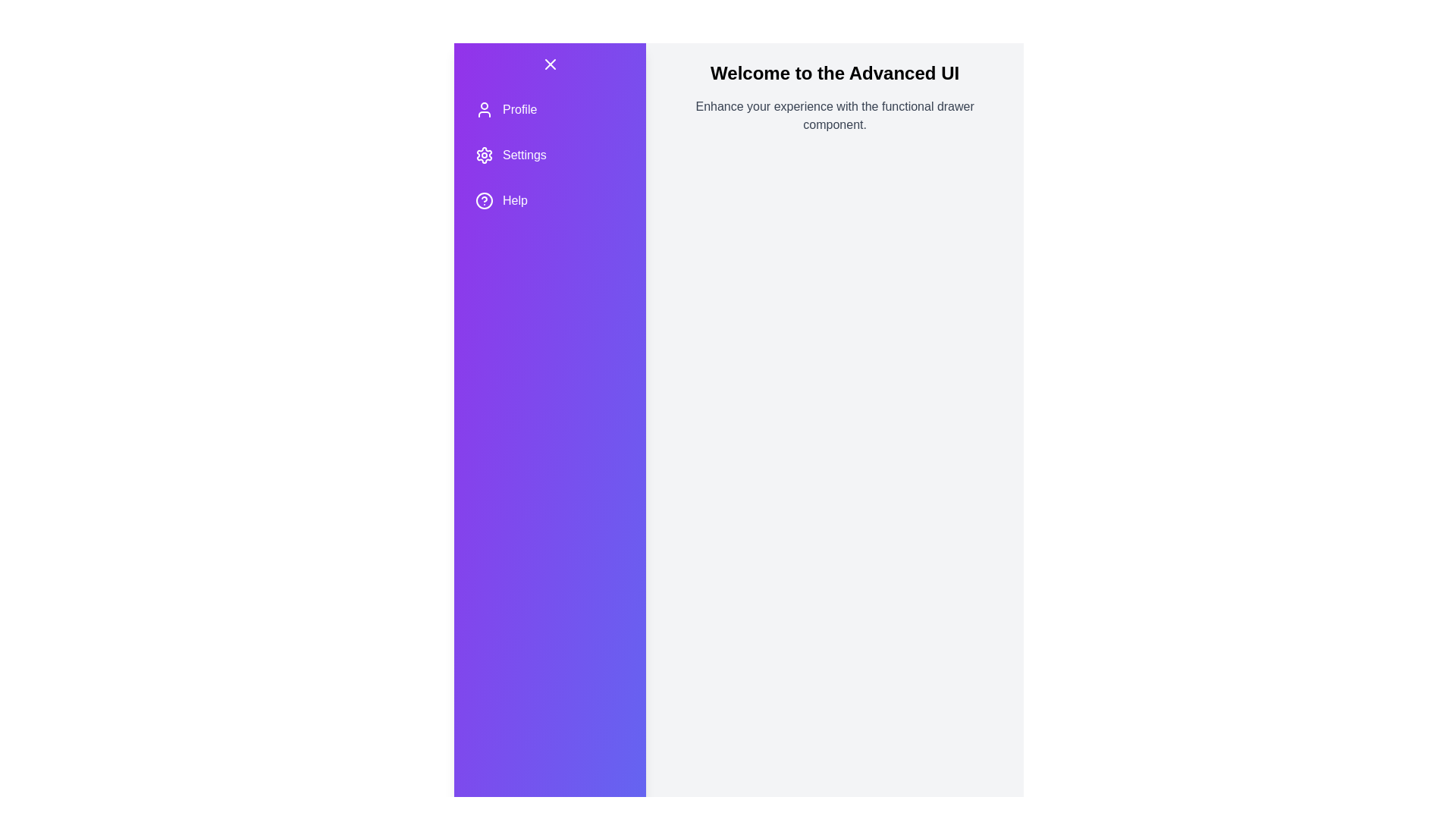 The image size is (1456, 819). What do you see at coordinates (549, 200) in the screenshot?
I see `the menu item Help to change its appearance` at bounding box center [549, 200].